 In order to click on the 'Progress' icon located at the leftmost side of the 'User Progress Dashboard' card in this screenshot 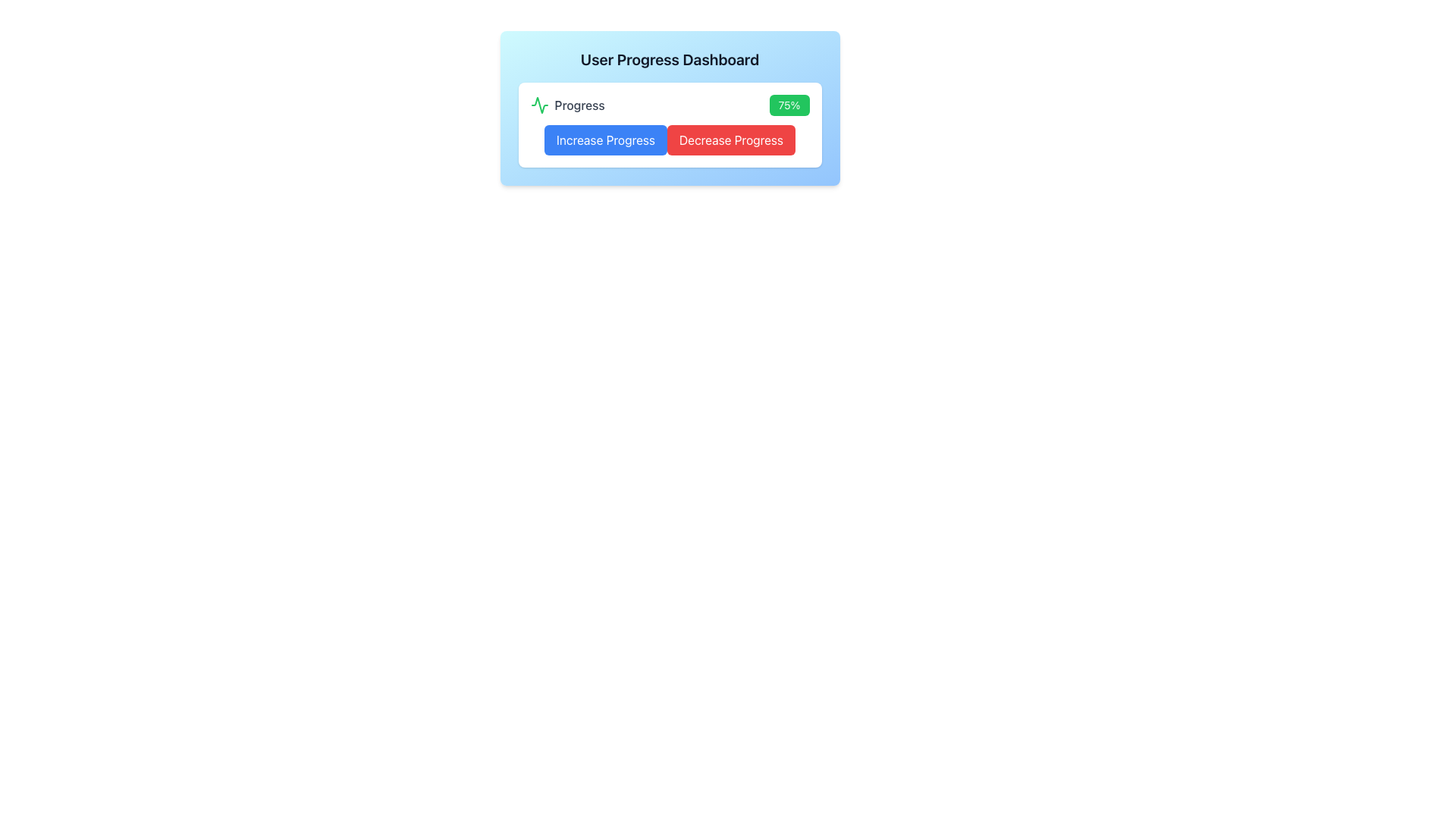, I will do `click(539, 104)`.